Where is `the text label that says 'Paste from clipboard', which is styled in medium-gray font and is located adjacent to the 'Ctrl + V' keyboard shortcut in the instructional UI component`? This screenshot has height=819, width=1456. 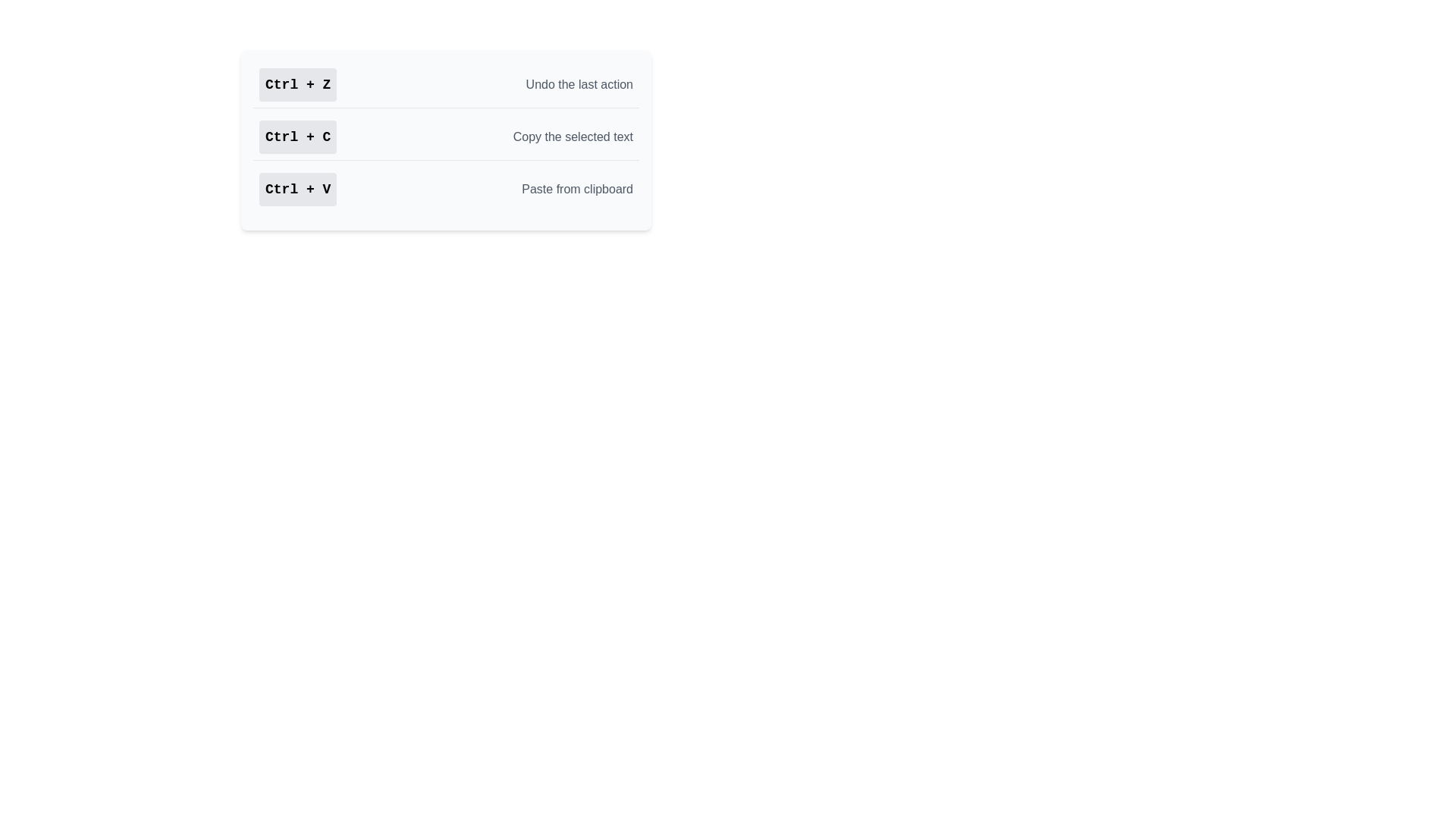 the text label that says 'Paste from clipboard', which is styled in medium-gray font and is located adjacent to the 'Ctrl + V' keyboard shortcut in the instructional UI component is located at coordinates (576, 189).